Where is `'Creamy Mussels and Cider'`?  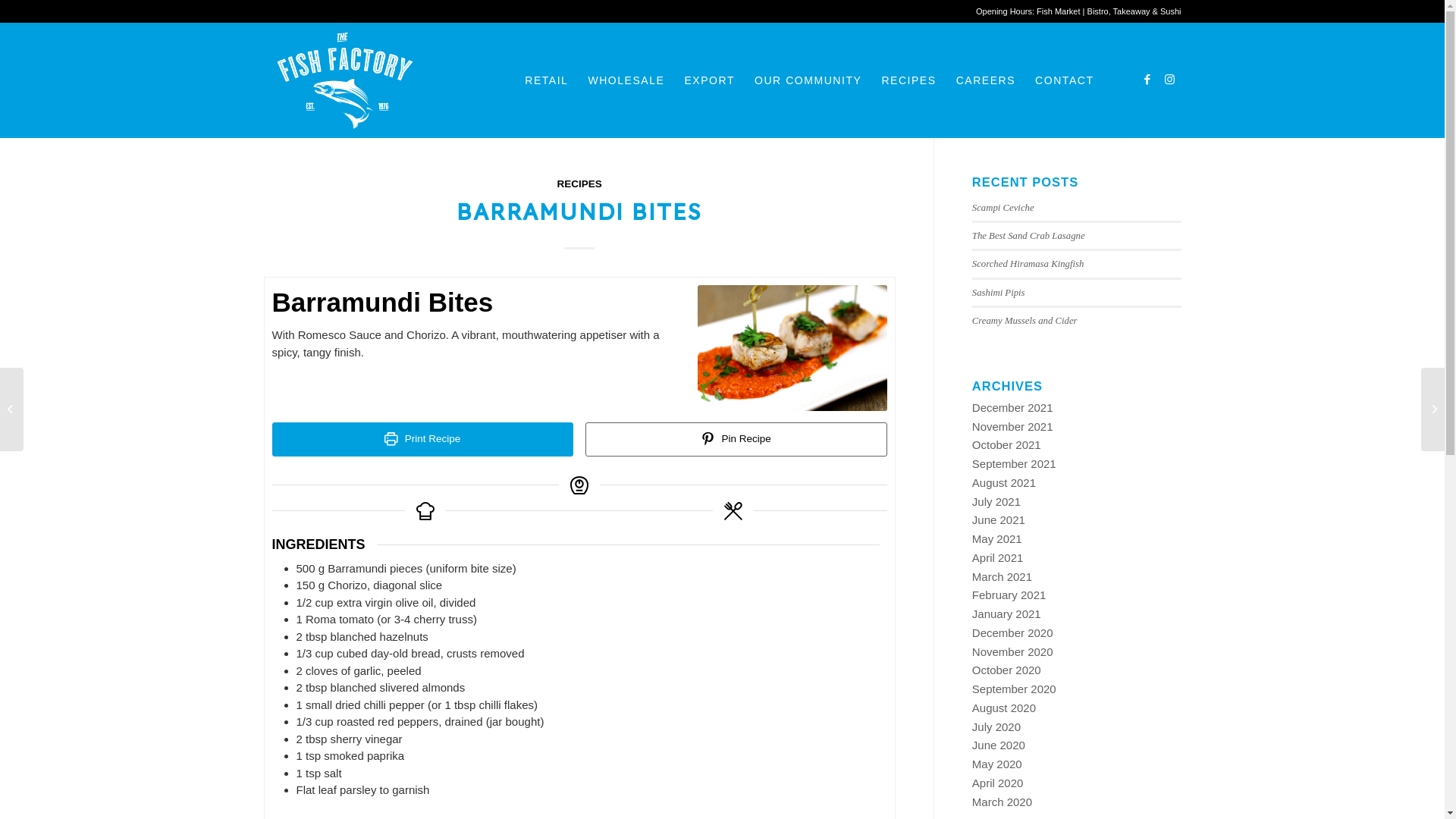 'Creamy Mussels and Cider' is located at coordinates (1025, 320).